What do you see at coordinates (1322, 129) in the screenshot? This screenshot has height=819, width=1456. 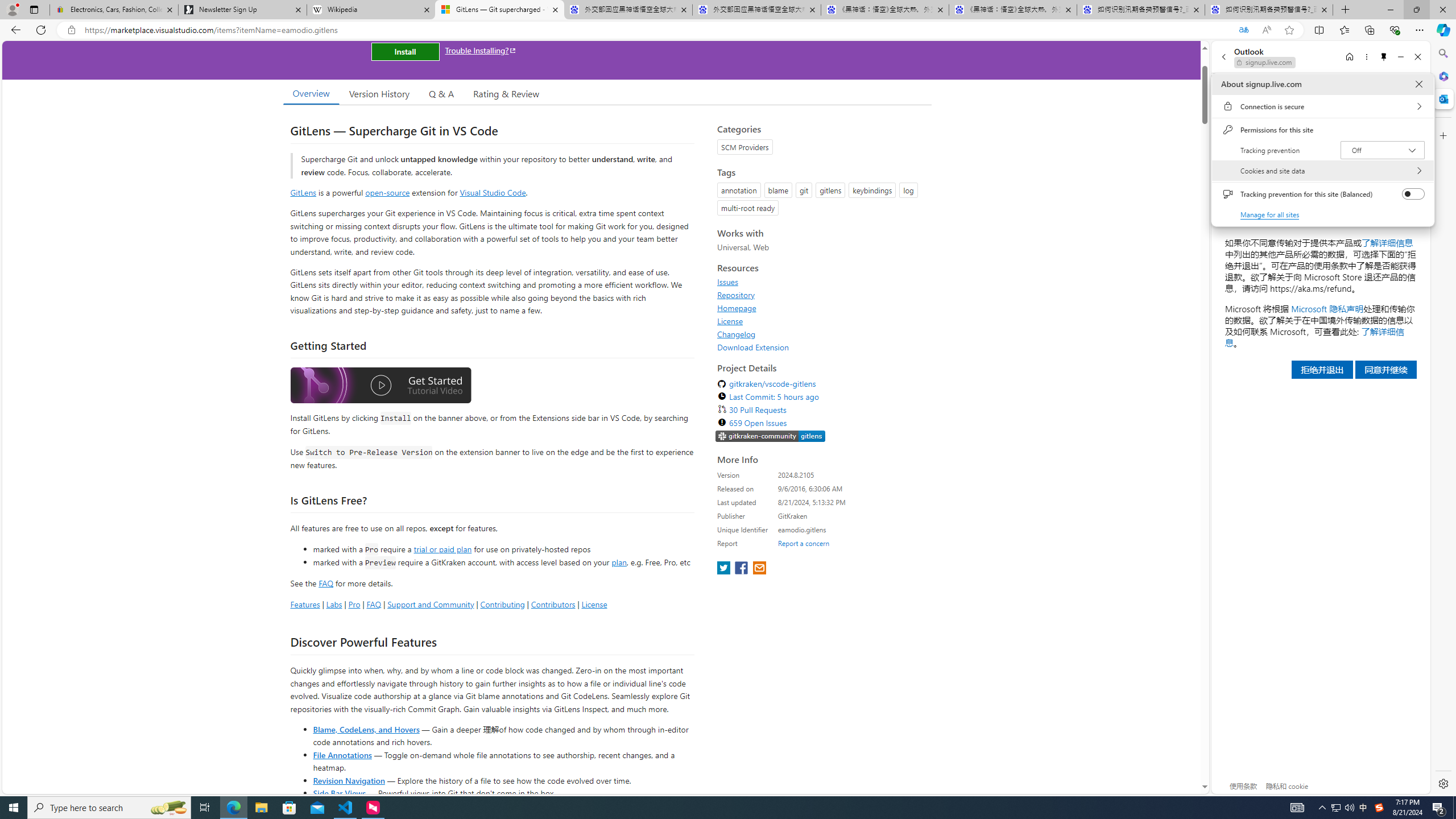 I see `'Permissions for this site'` at bounding box center [1322, 129].